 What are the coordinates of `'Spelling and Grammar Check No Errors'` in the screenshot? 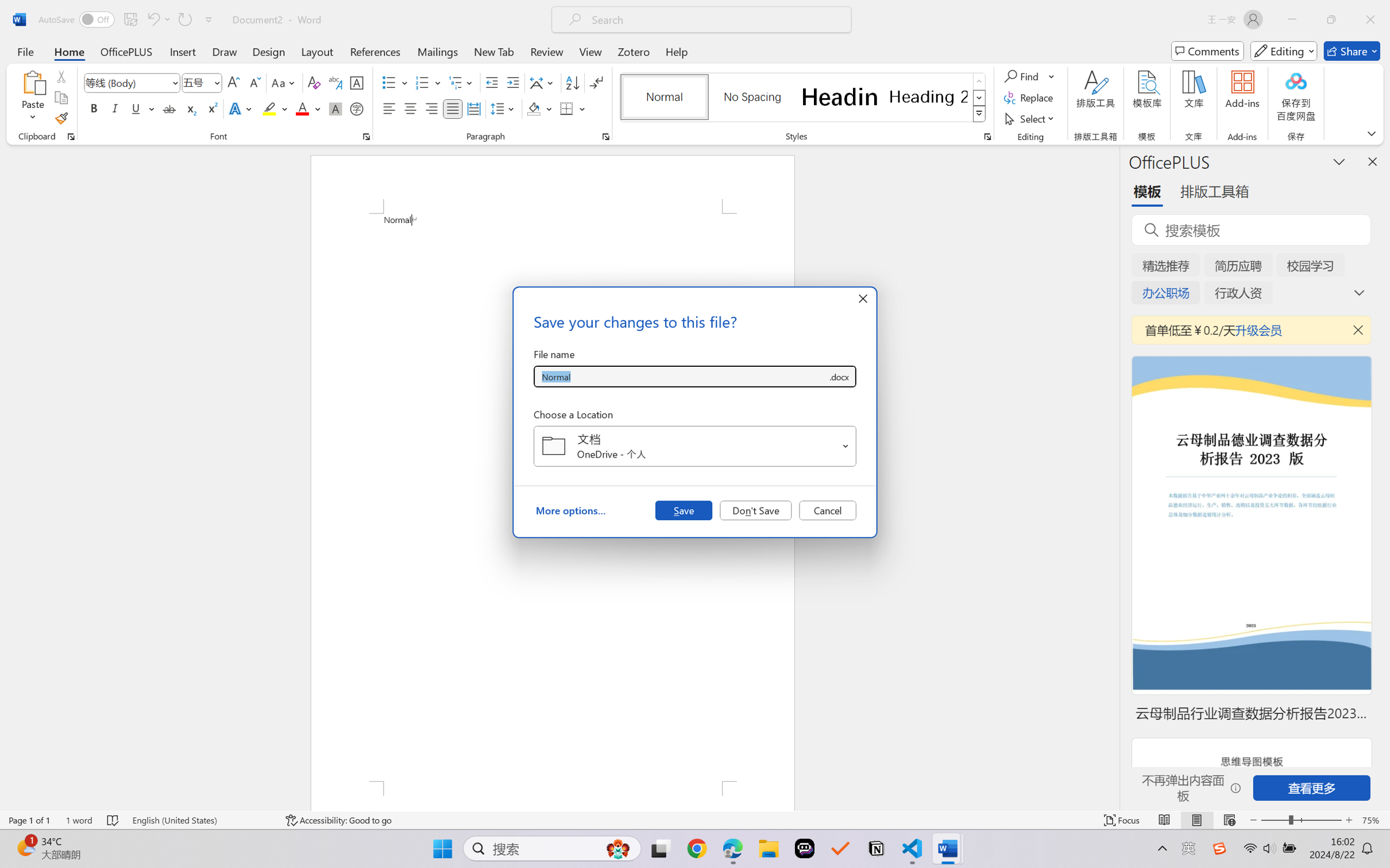 It's located at (113, 820).